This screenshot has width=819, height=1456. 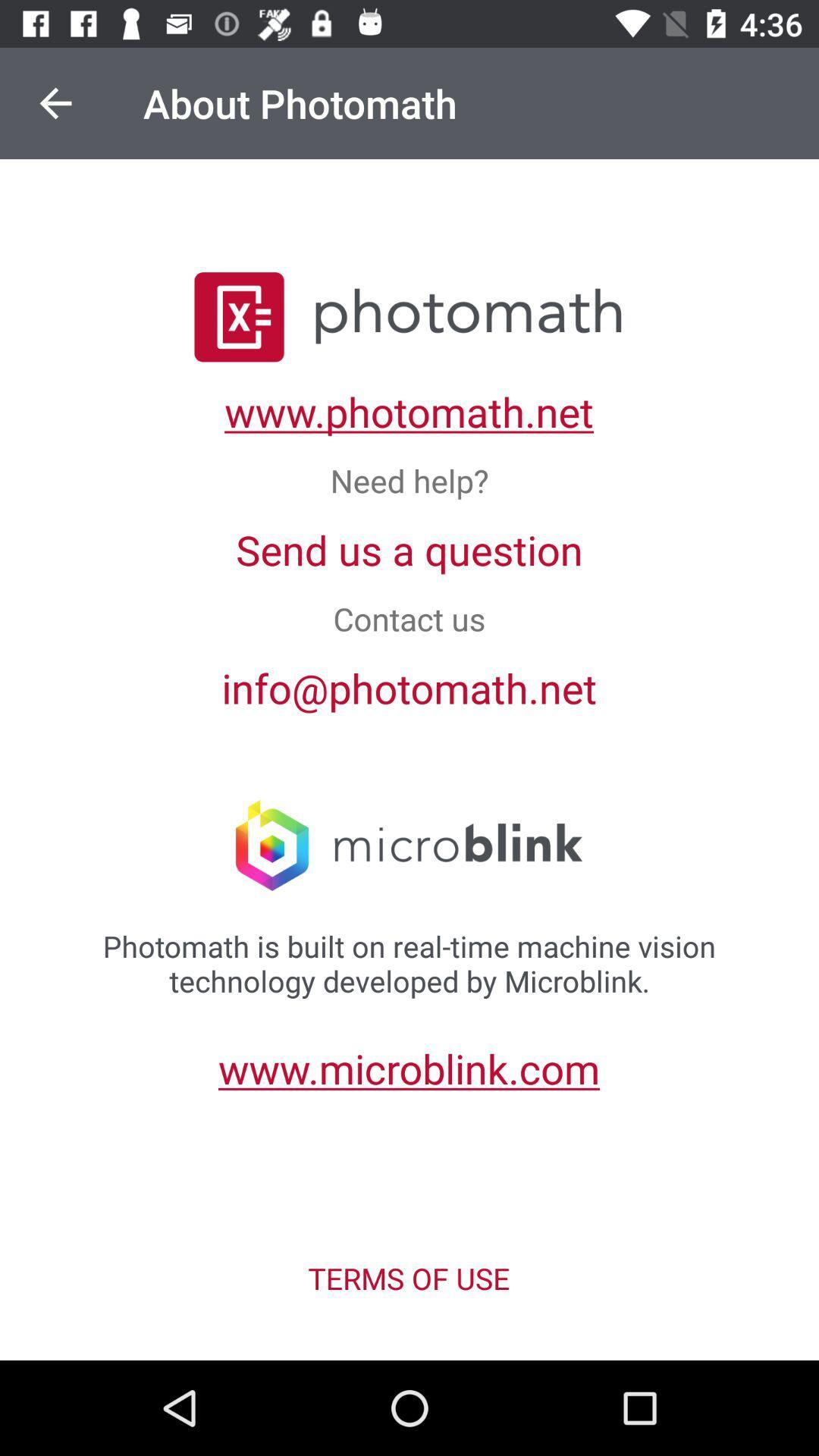 What do you see at coordinates (409, 687) in the screenshot?
I see `the text below contact us` at bounding box center [409, 687].